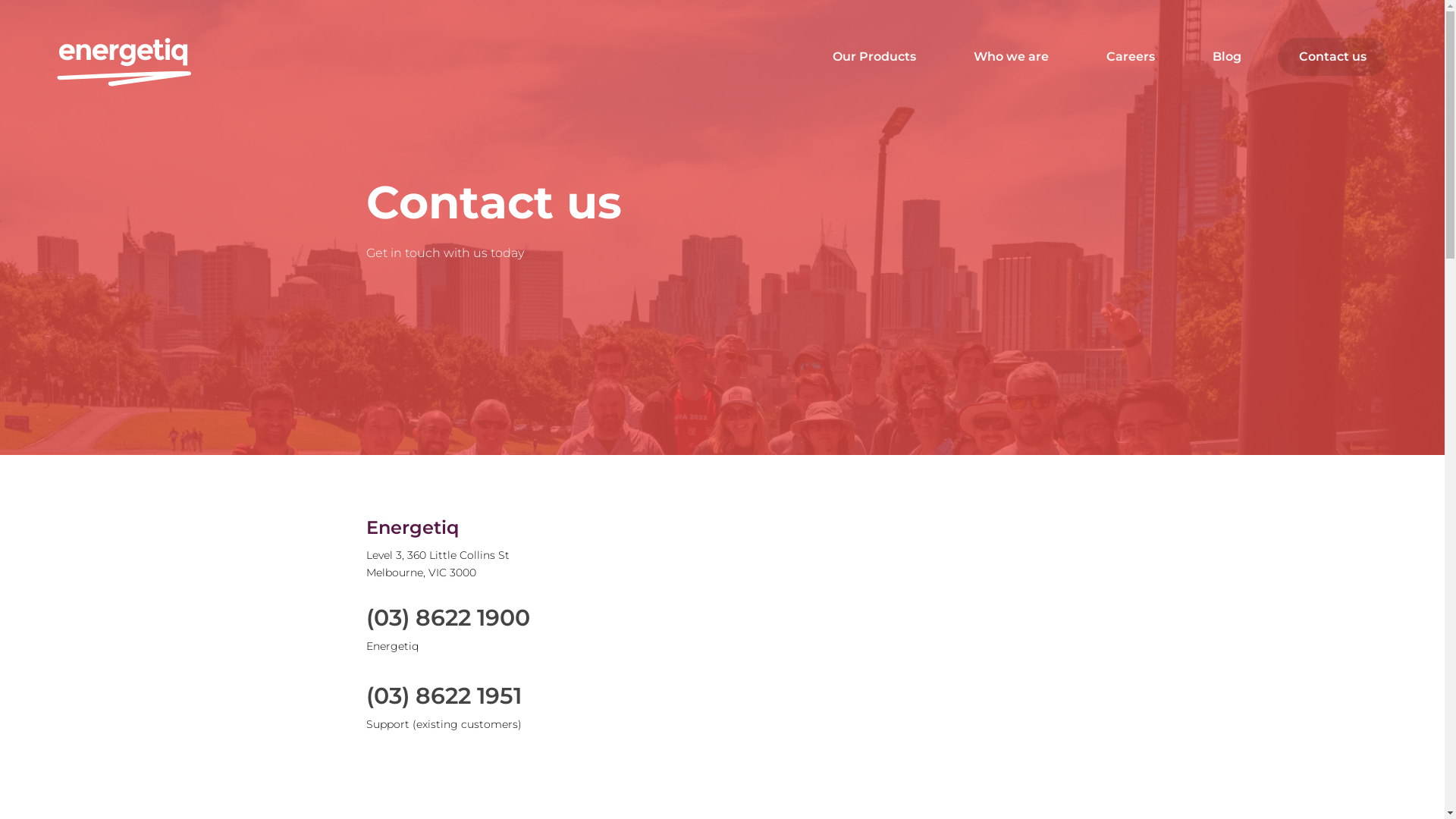 The width and height of the screenshot is (1456, 819). What do you see at coordinates (1131, 55) in the screenshot?
I see `'Careers'` at bounding box center [1131, 55].